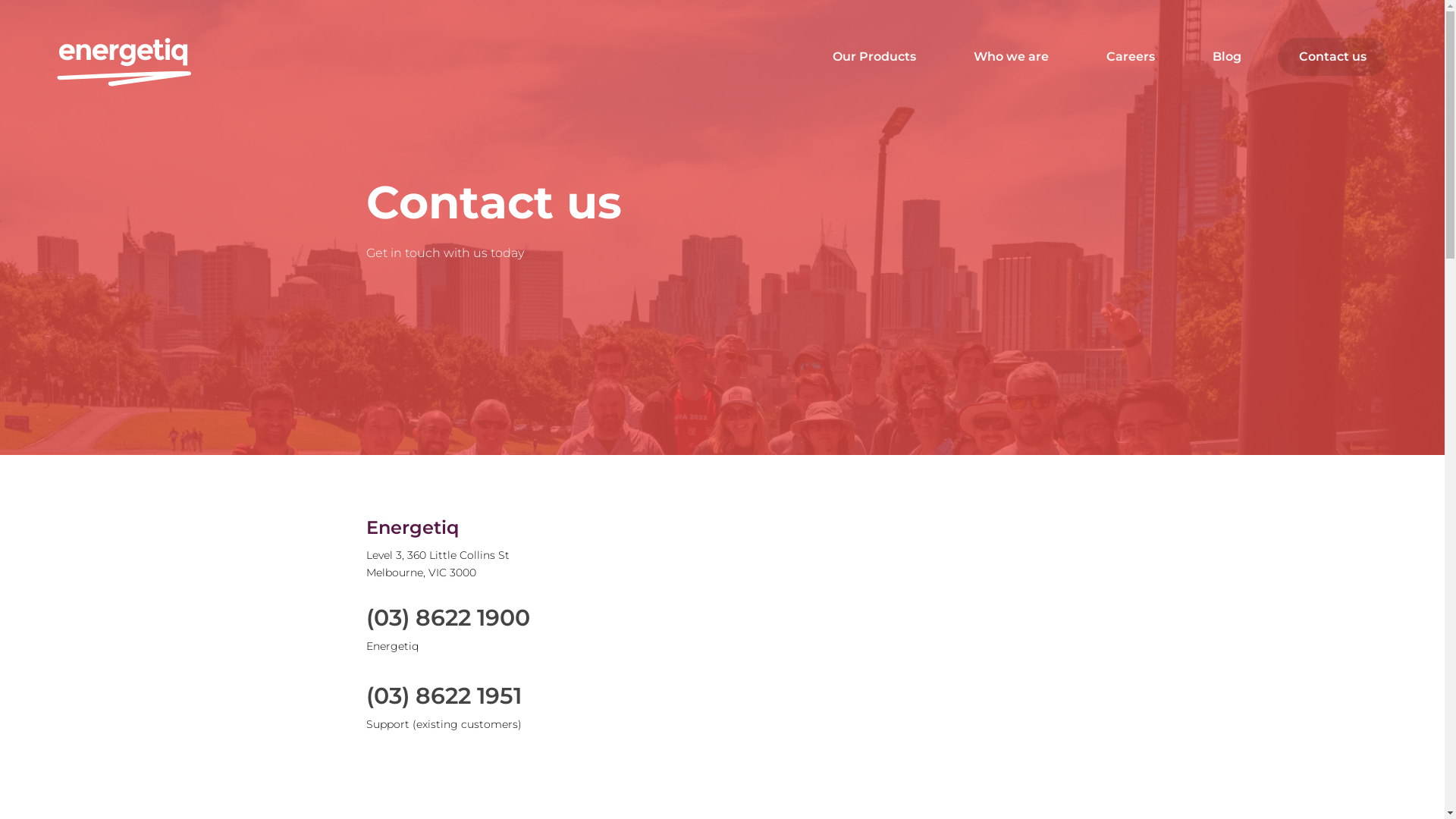 The width and height of the screenshot is (1456, 819). What do you see at coordinates (1131, 55) in the screenshot?
I see `'Careers'` at bounding box center [1131, 55].